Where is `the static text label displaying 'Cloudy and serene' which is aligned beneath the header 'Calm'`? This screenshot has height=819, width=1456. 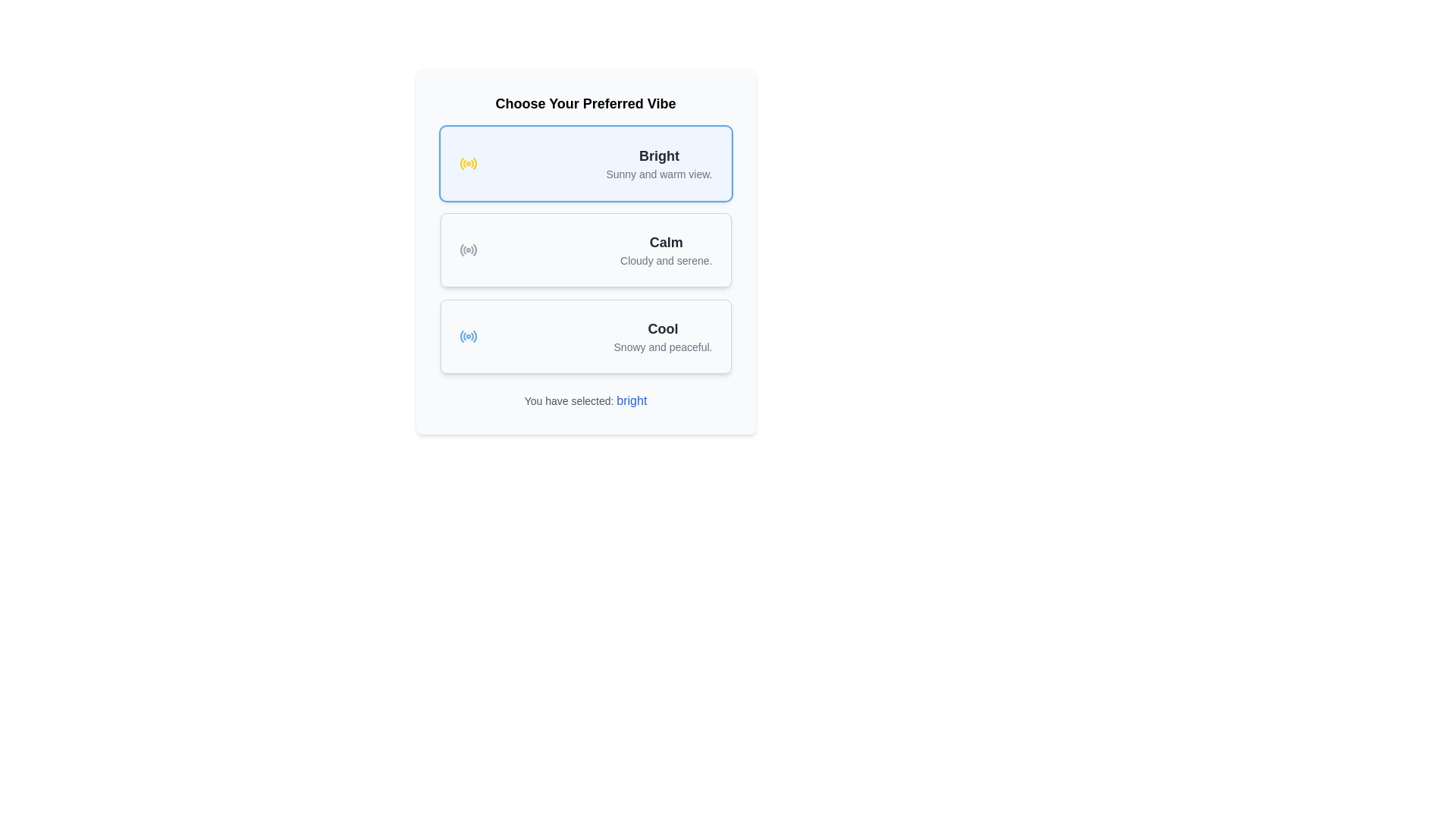 the static text label displaying 'Cloudy and serene' which is aligned beneath the header 'Calm' is located at coordinates (666, 259).